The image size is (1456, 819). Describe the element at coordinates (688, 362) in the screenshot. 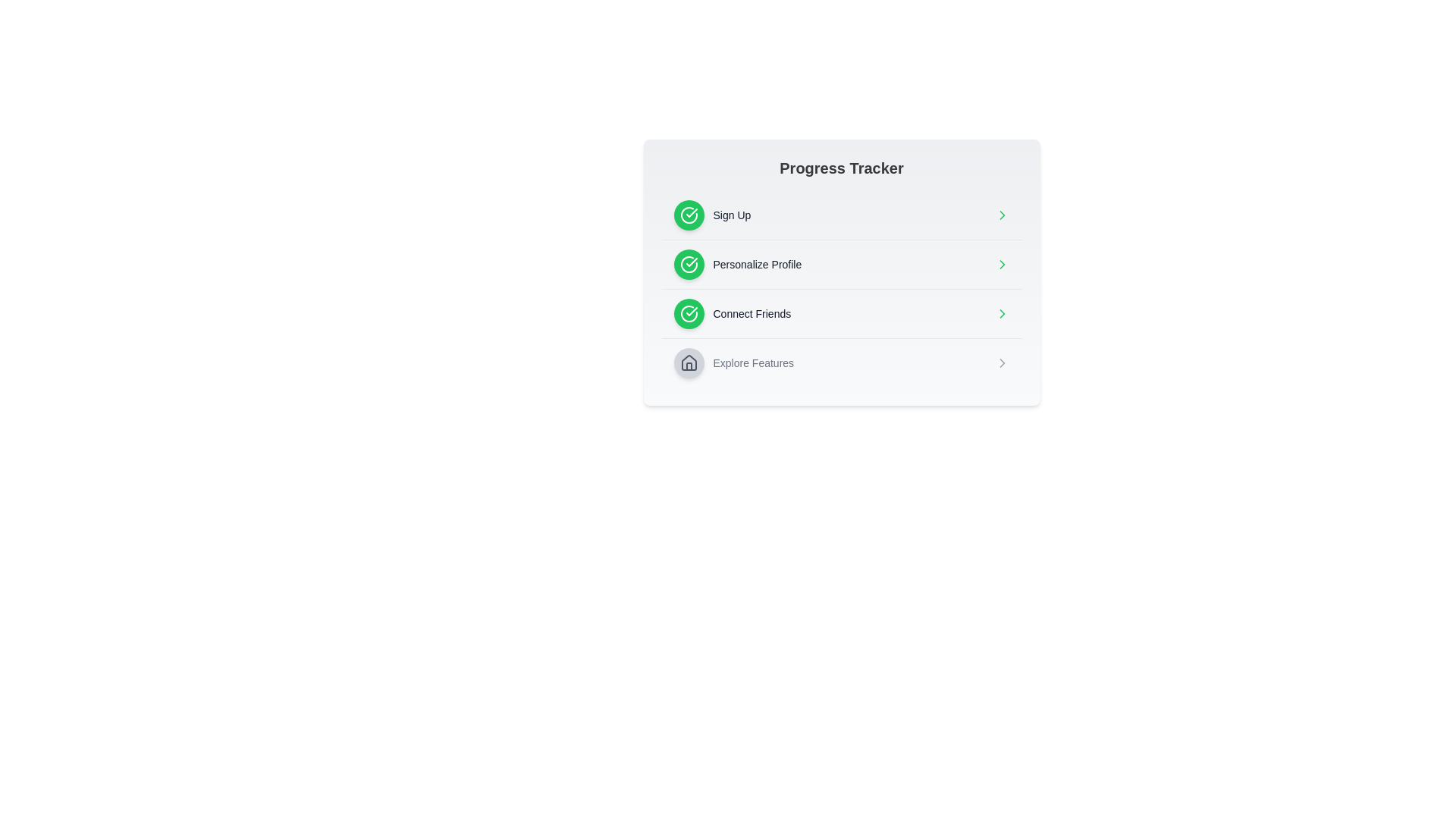

I see `the small house icon outlined in a circular button located on the left side of the 'Explore Features' row in the task items list` at that location.